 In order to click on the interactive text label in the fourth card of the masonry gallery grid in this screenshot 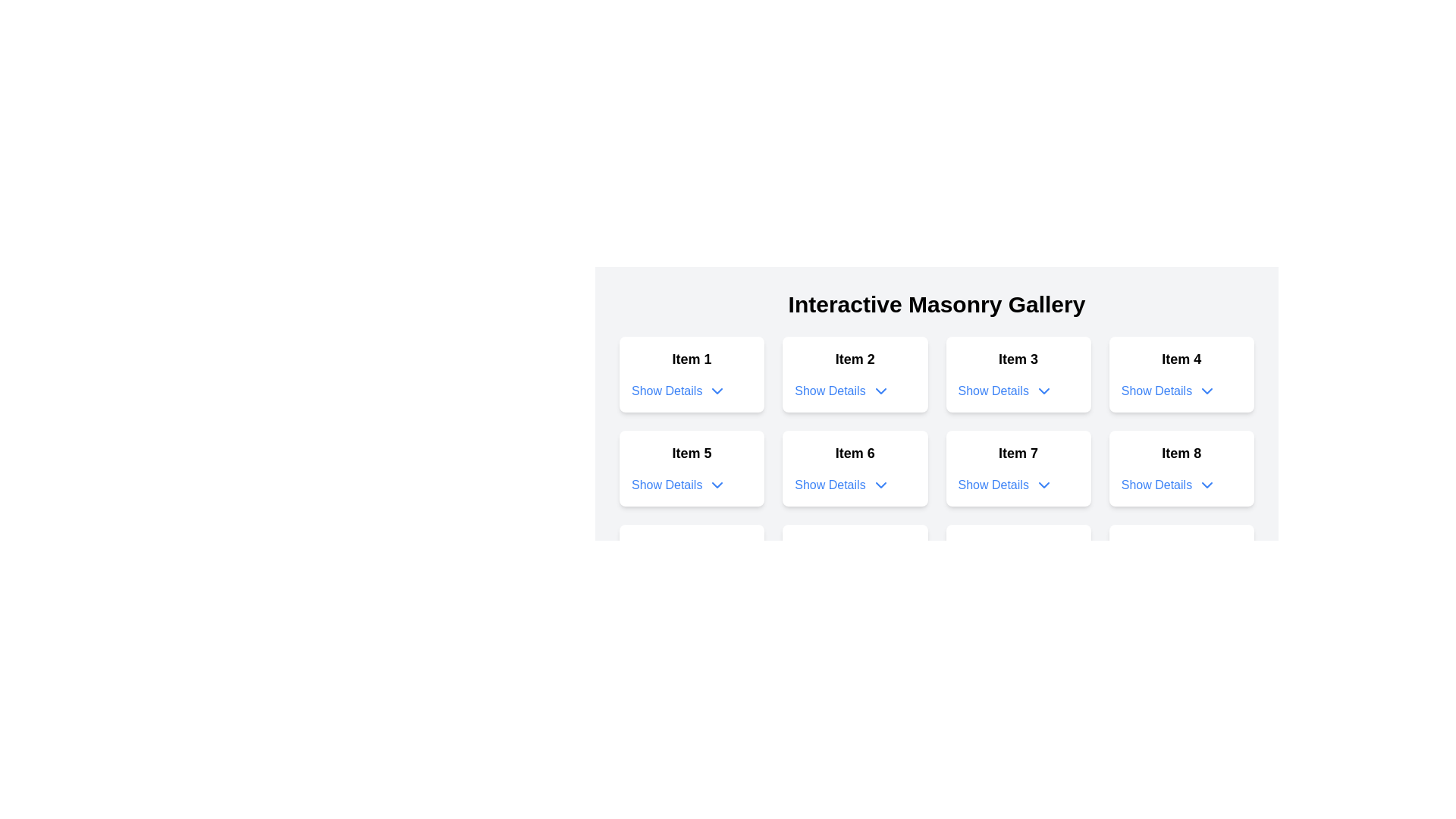, I will do `click(1156, 391)`.